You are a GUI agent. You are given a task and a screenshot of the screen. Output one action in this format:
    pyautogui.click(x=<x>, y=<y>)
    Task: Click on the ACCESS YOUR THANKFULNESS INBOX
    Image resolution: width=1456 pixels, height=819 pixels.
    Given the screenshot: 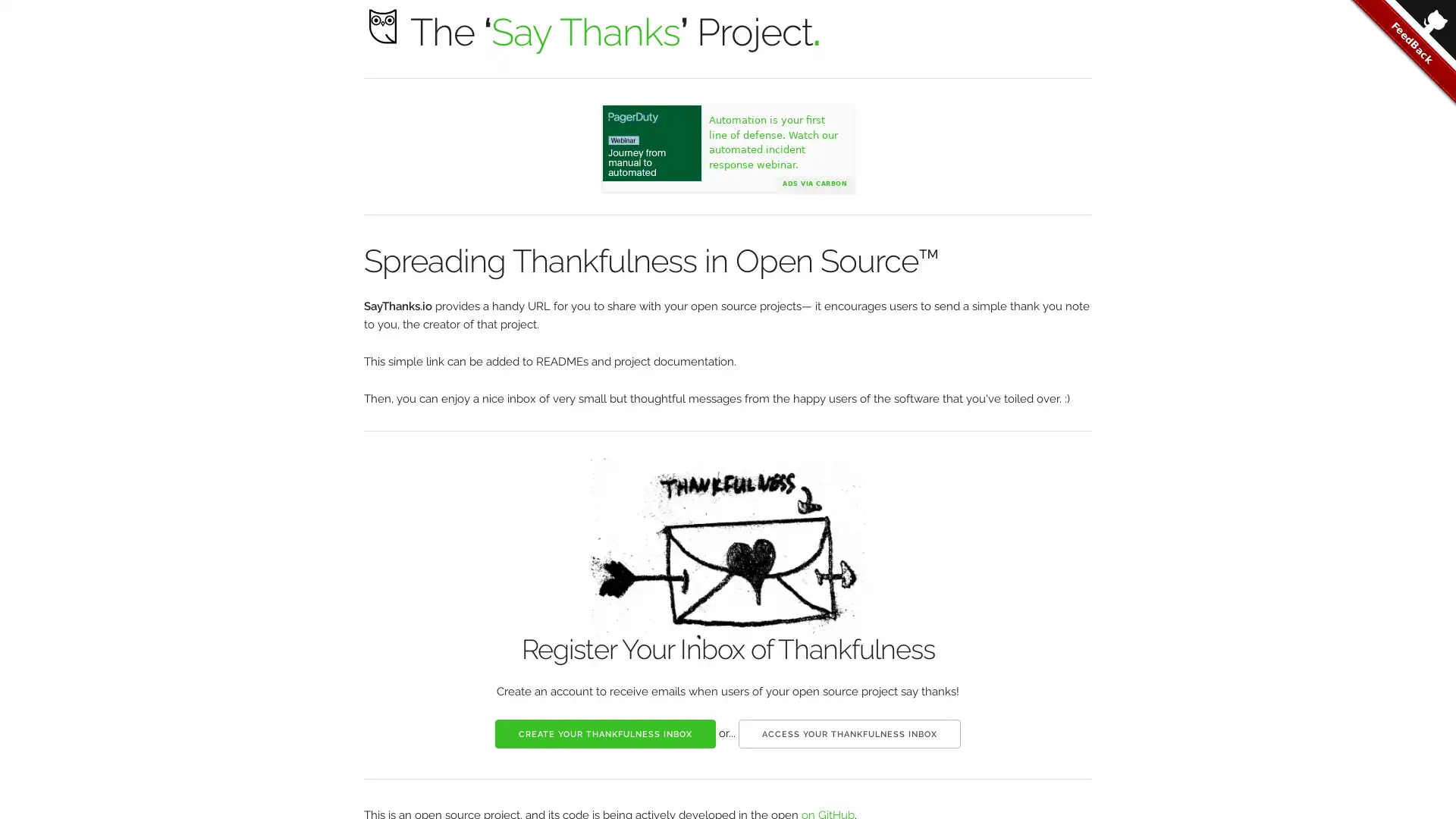 What is the action you would take?
    pyautogui.click(x=849, y=733)
    